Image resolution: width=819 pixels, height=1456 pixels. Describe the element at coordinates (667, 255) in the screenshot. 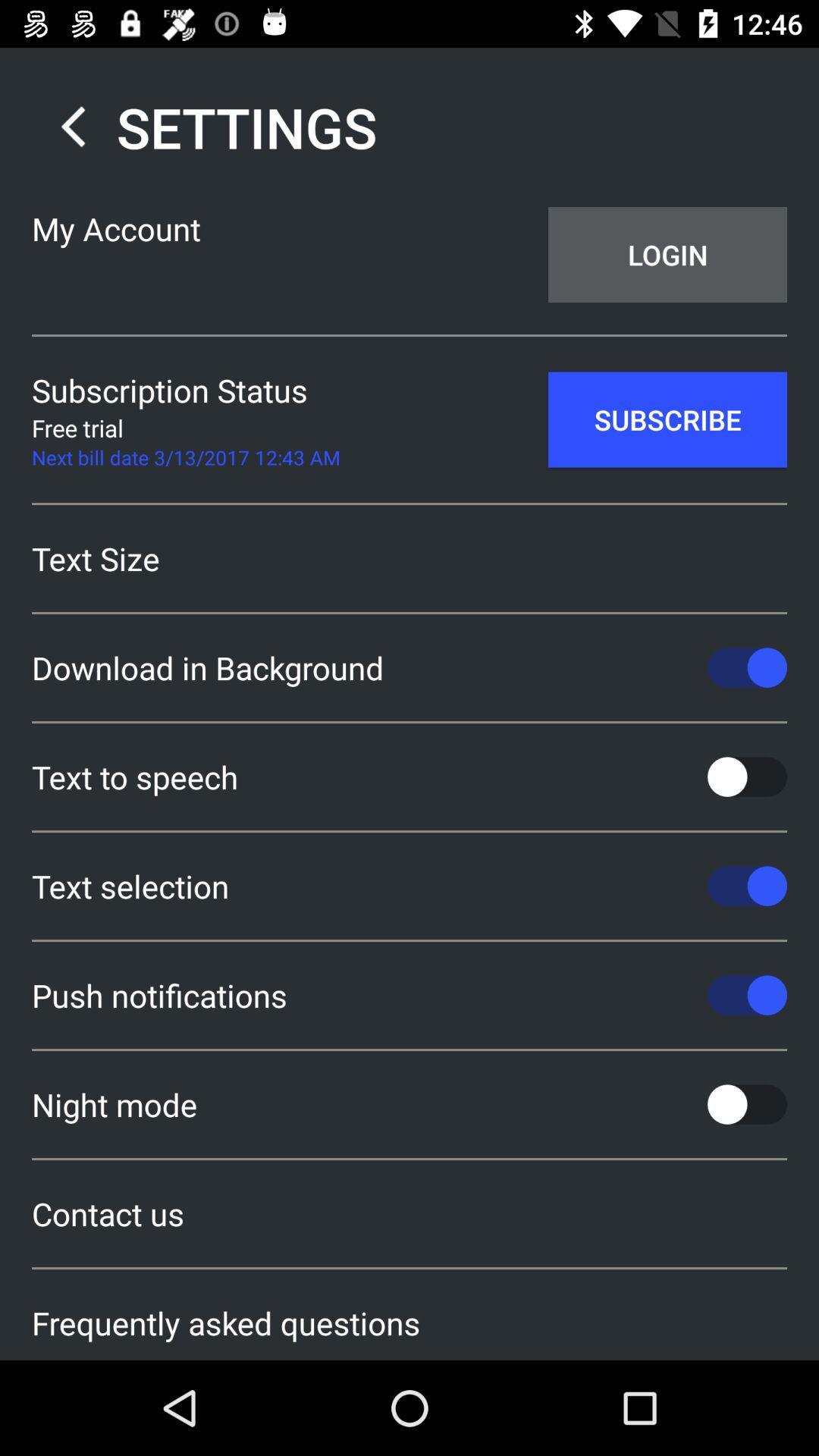

I see `app next to my account app` at that location.